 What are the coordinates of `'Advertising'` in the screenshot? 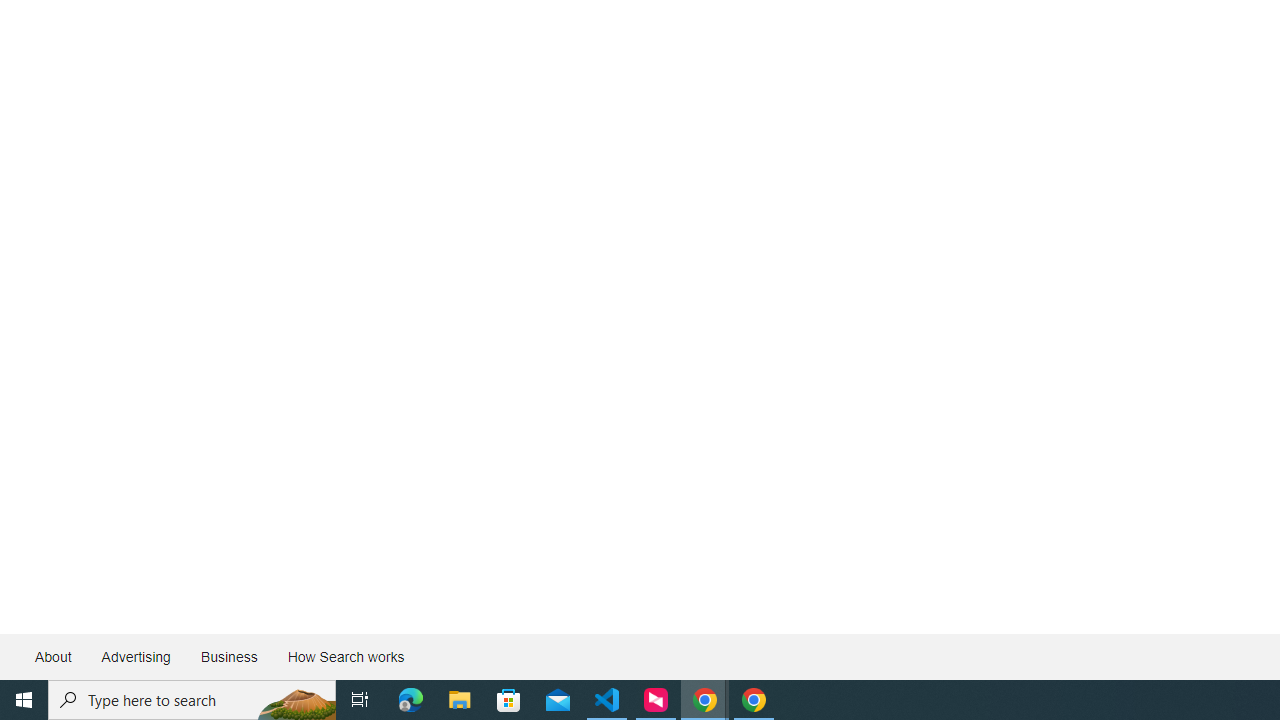 It's located at (134, 657).